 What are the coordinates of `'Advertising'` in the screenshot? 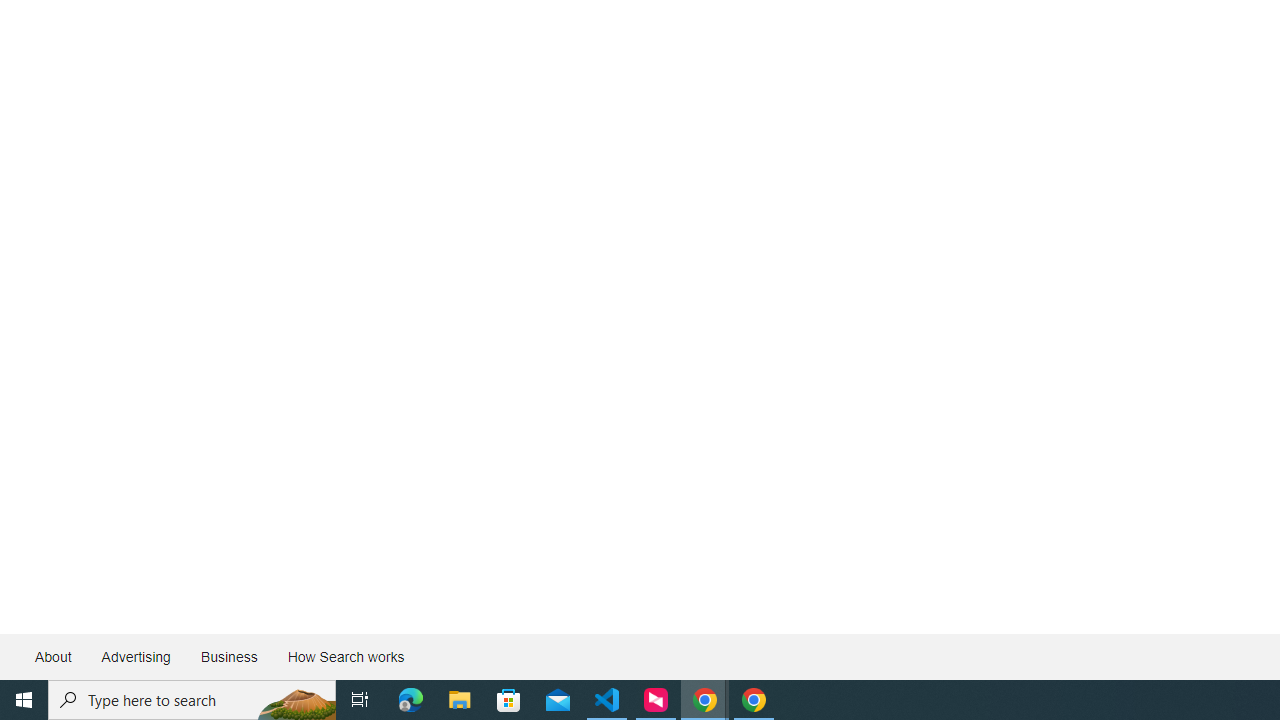 It's located at (134, 657).